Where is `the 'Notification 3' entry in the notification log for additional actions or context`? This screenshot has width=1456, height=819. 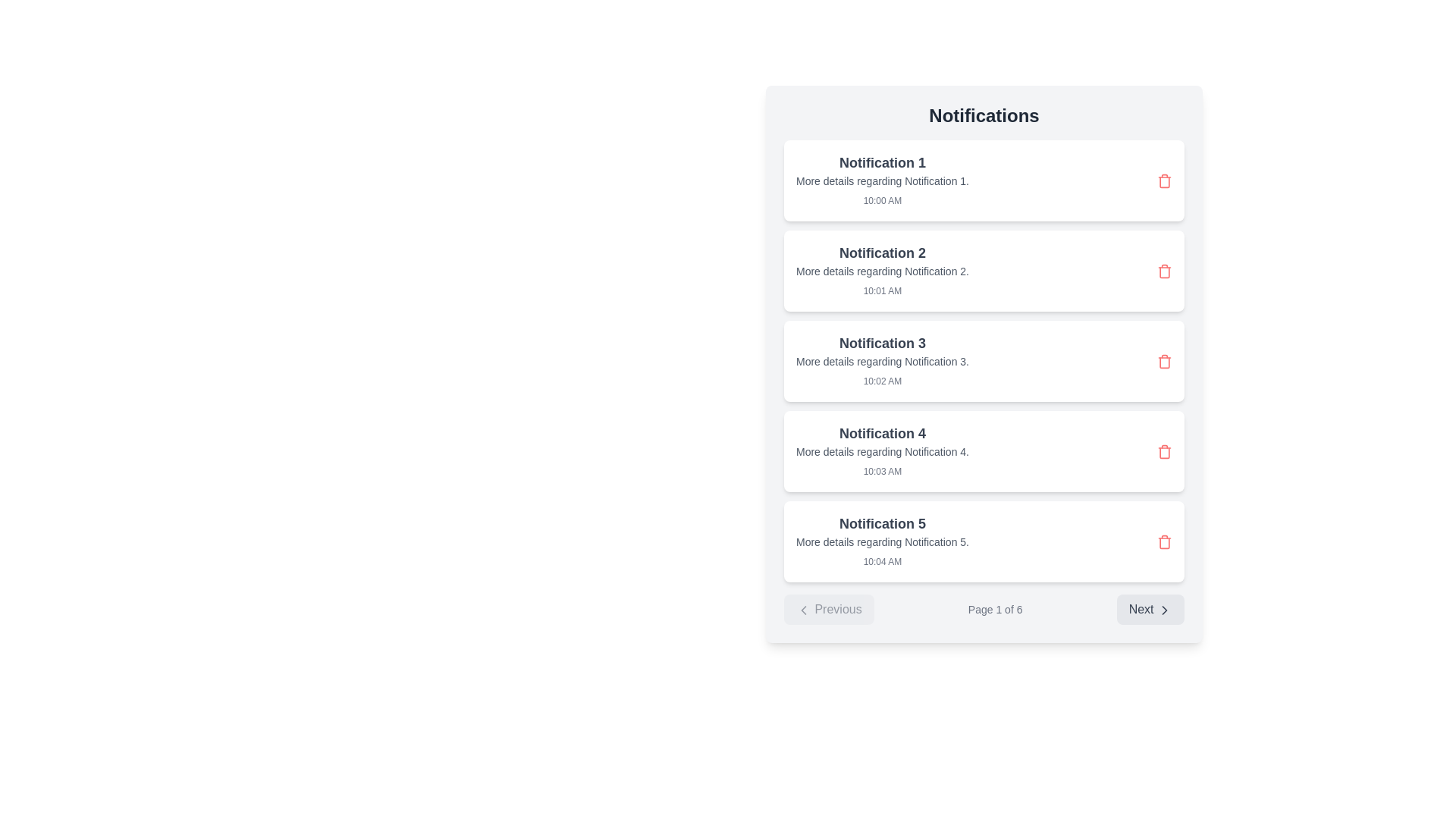
the 'Notification 3' entry in the notification log for additional actions or context is located at coordinates (883, 361).